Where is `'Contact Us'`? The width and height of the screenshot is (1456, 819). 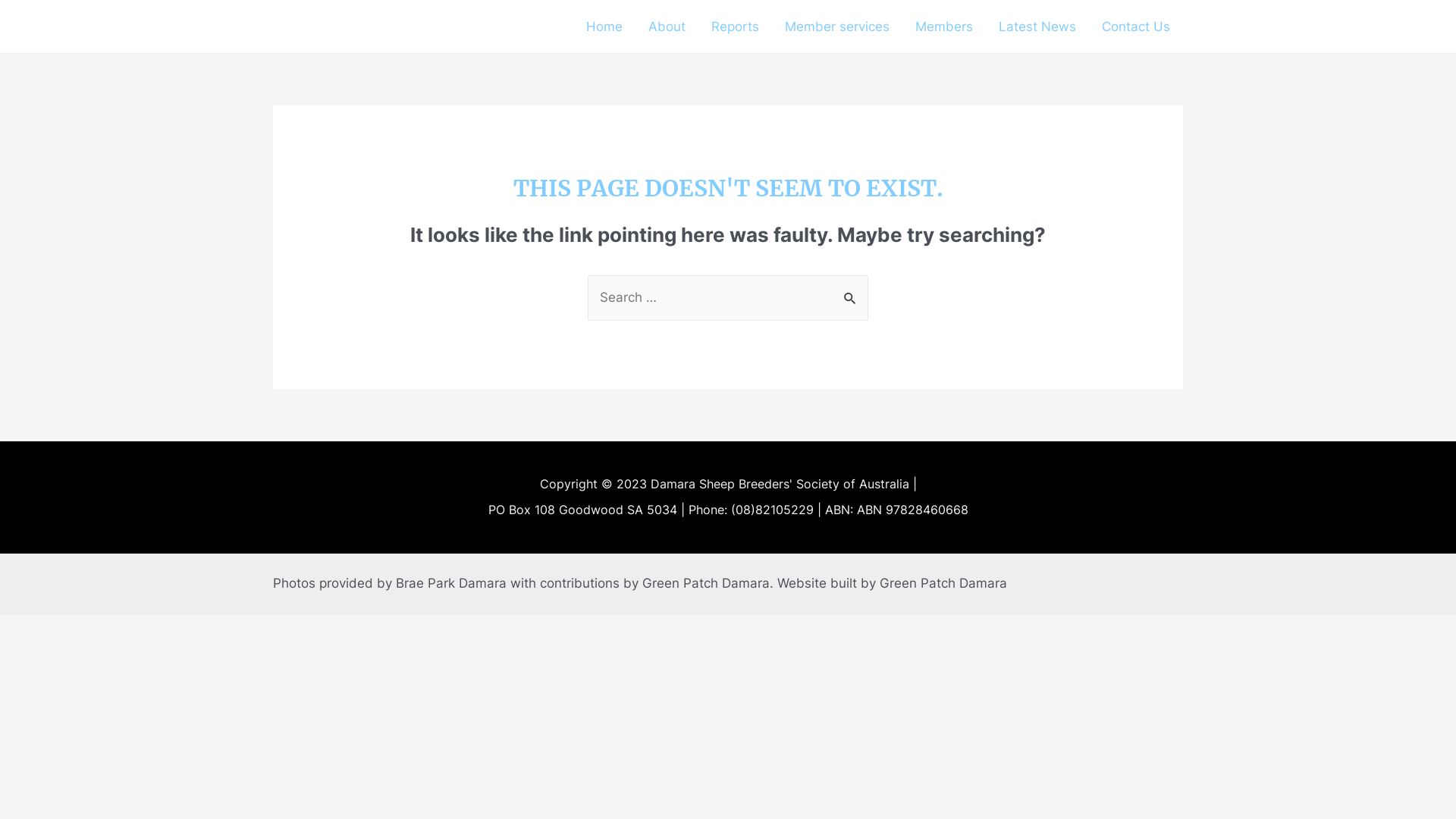 'Contact Us' is located at coordinates (1135, 26).